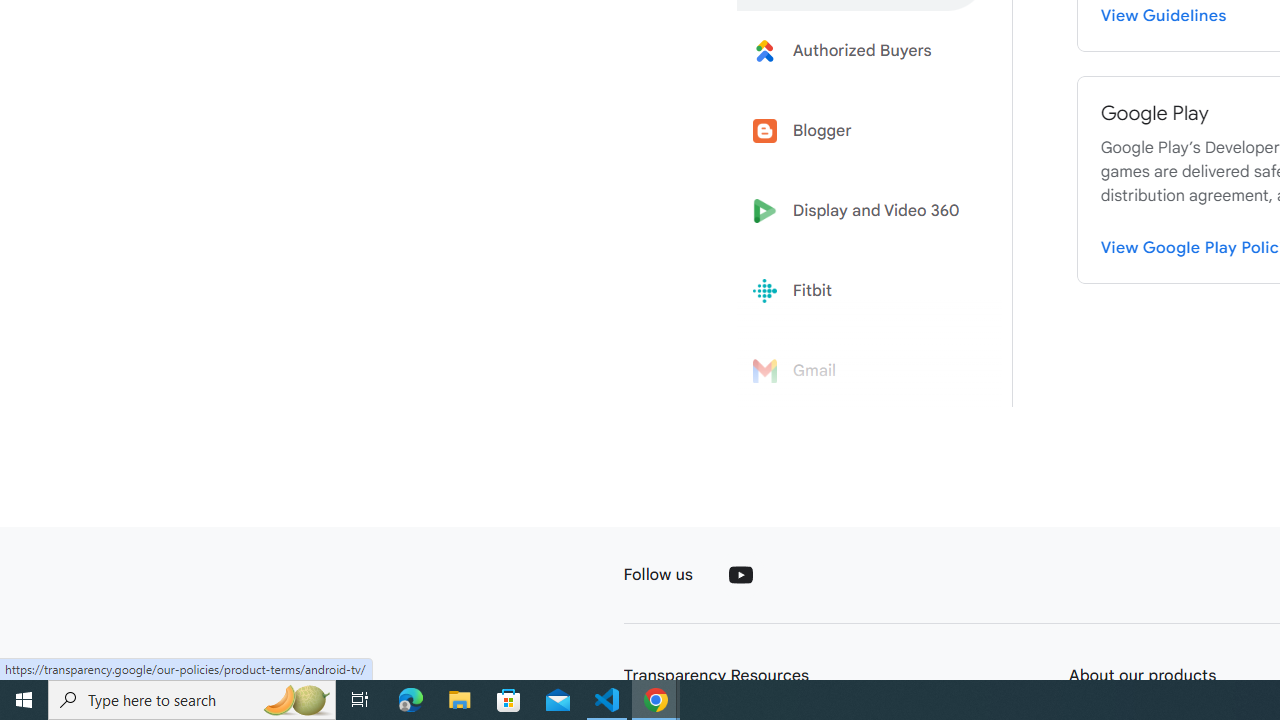  Describe the element at coordinates (739, 574) in the screenshot. I see `'YouTube'` at that location.